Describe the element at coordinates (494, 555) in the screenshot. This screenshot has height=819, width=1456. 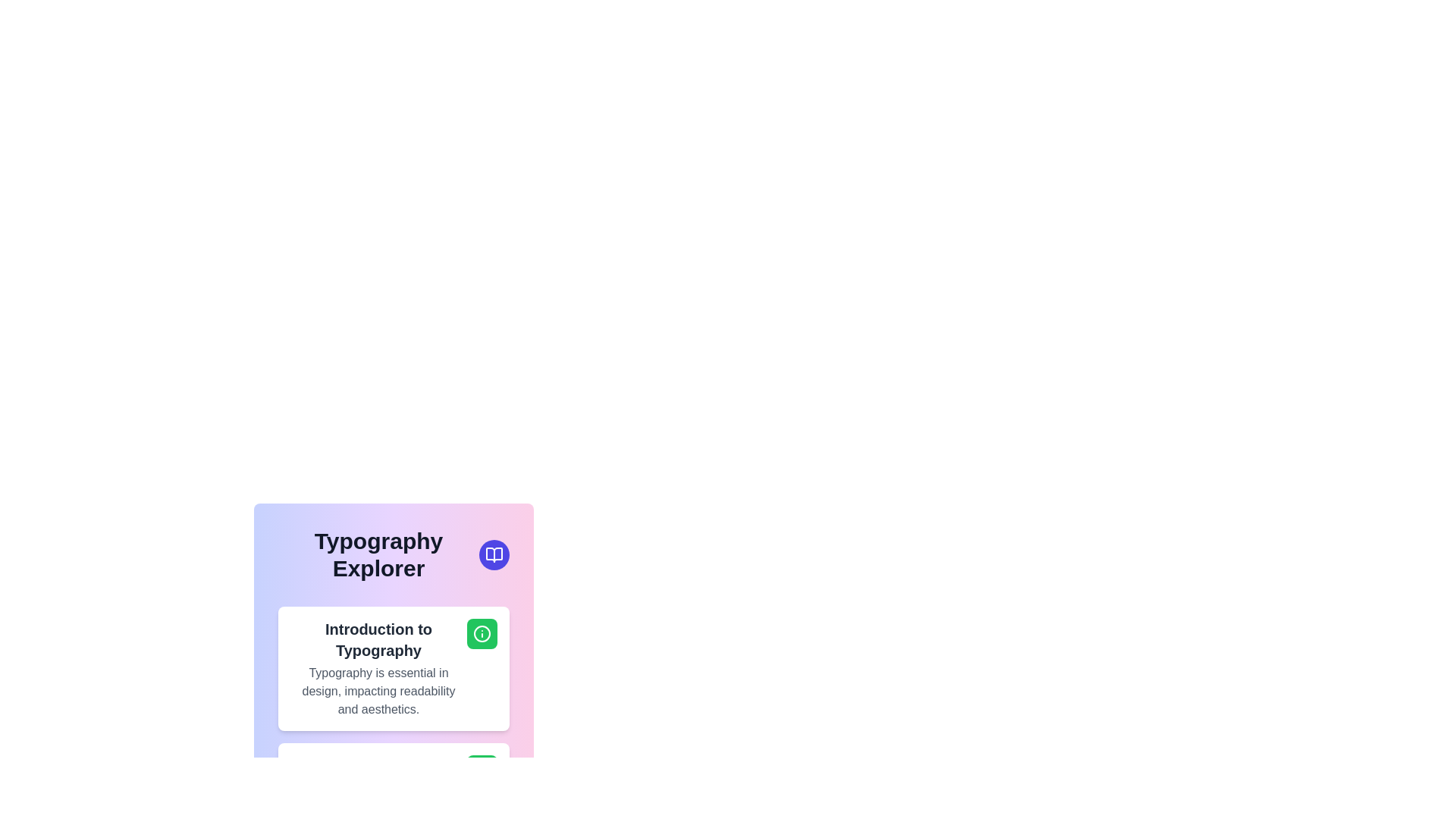
I see `the stylized open book icon with a white design on a circular purple background located in the top-right corner of the 'Typography Explorer' card` at that location.